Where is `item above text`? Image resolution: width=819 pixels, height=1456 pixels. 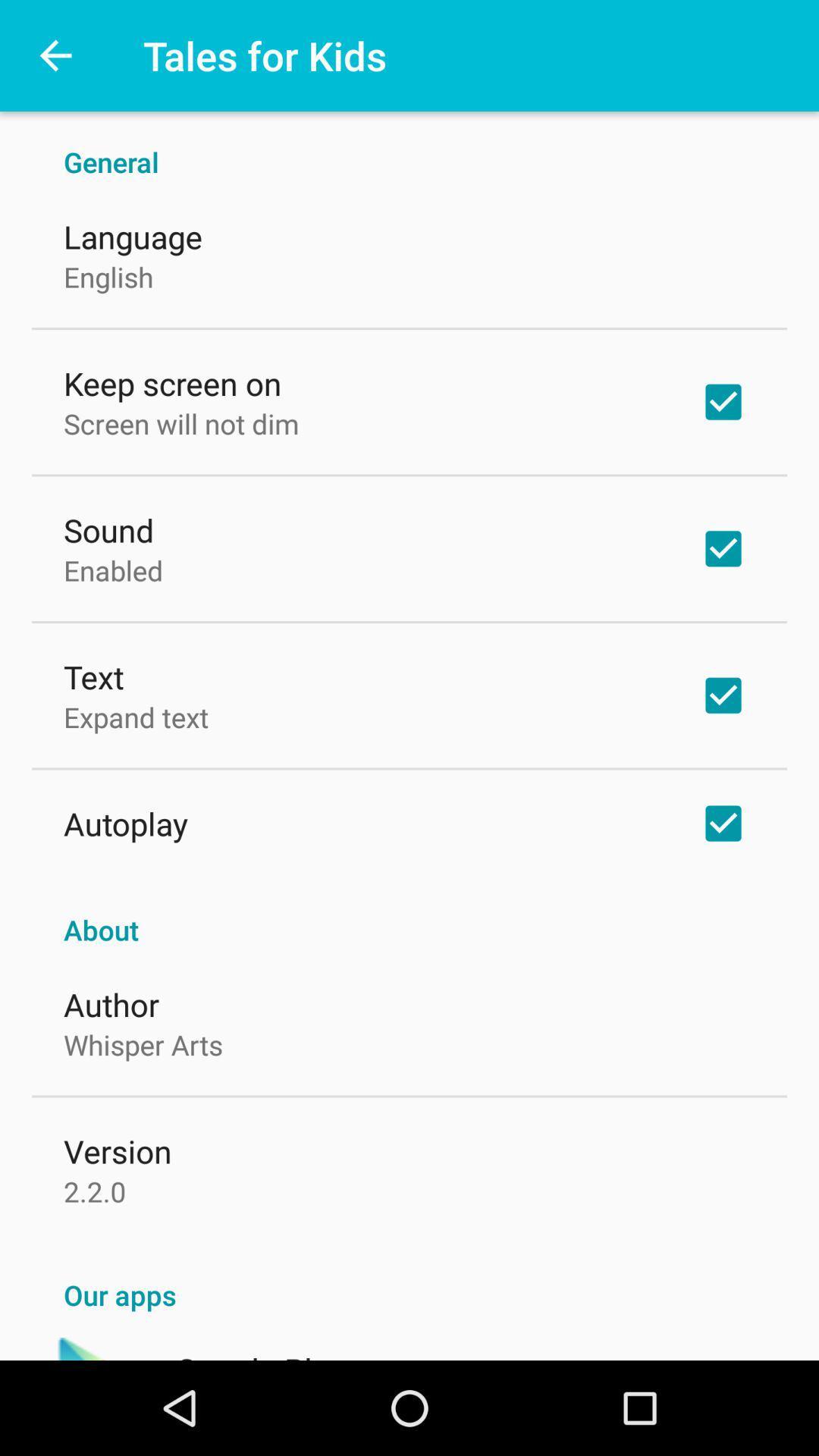
item above text is located at coordinates (112, 570).